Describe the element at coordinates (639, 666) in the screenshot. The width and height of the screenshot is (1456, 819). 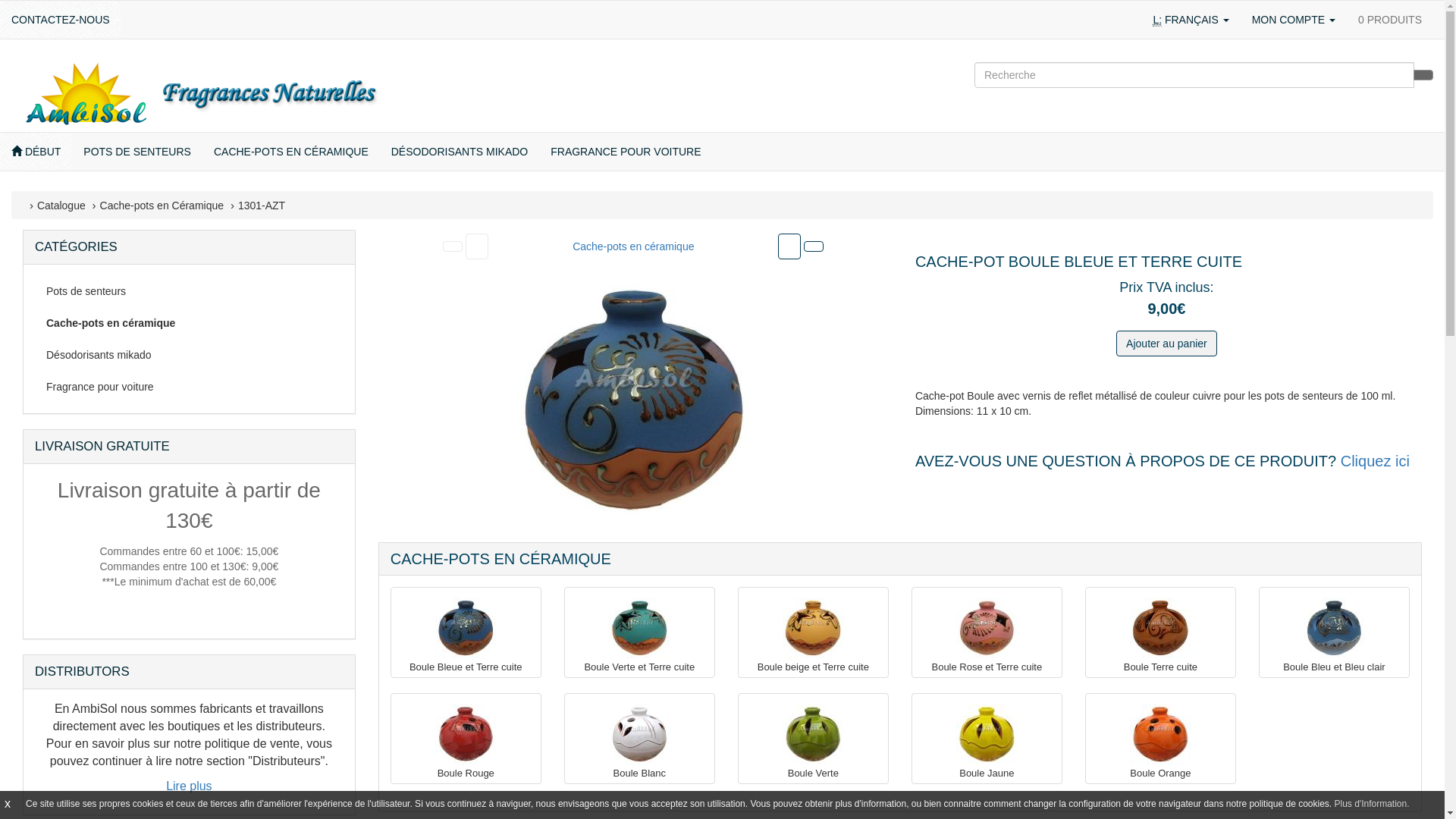
I see `'Boule Verte et Terre cuite'` at that location.